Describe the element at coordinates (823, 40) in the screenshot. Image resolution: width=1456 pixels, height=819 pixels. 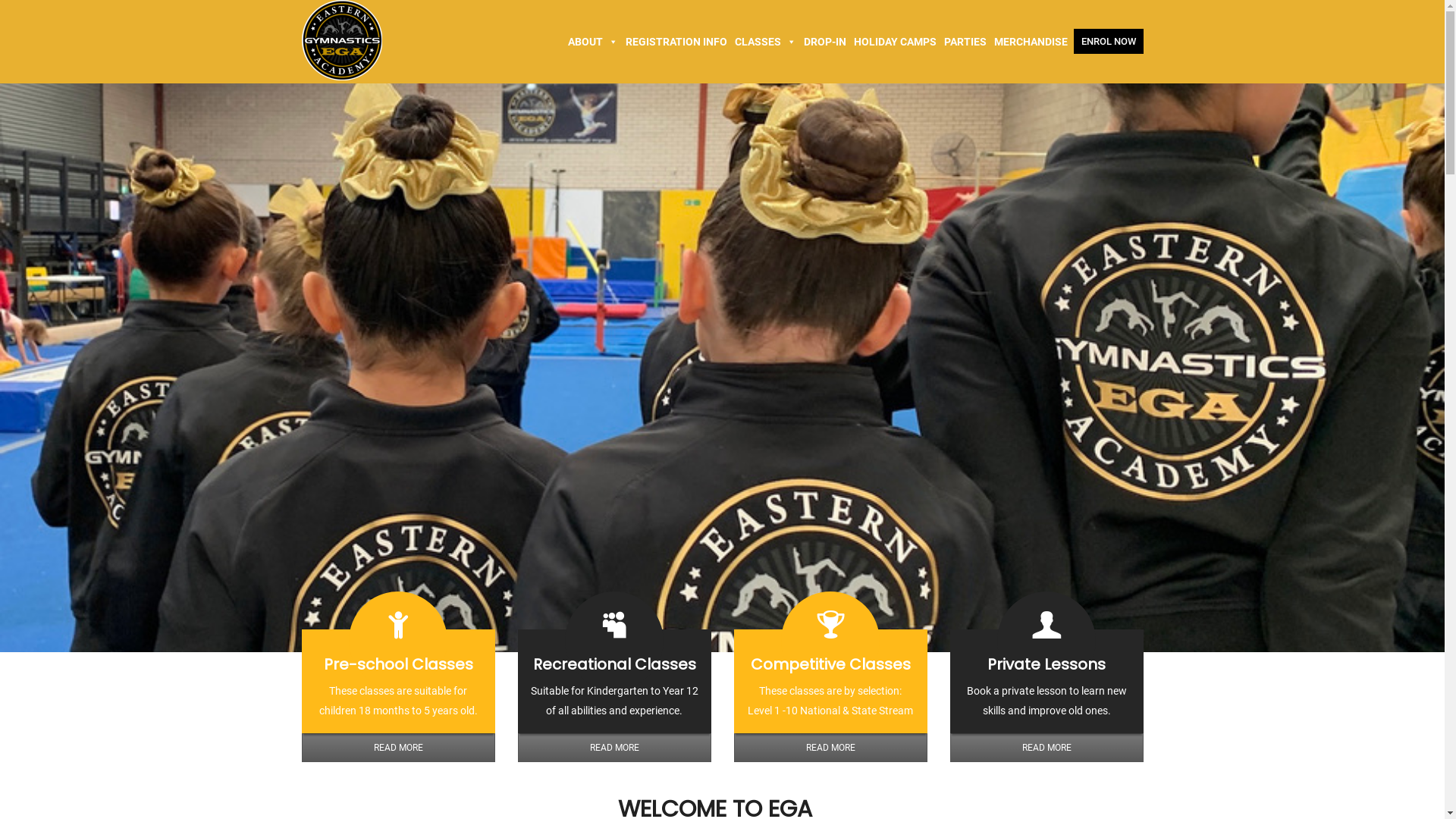
I see `'DROP-IN'` at that location.